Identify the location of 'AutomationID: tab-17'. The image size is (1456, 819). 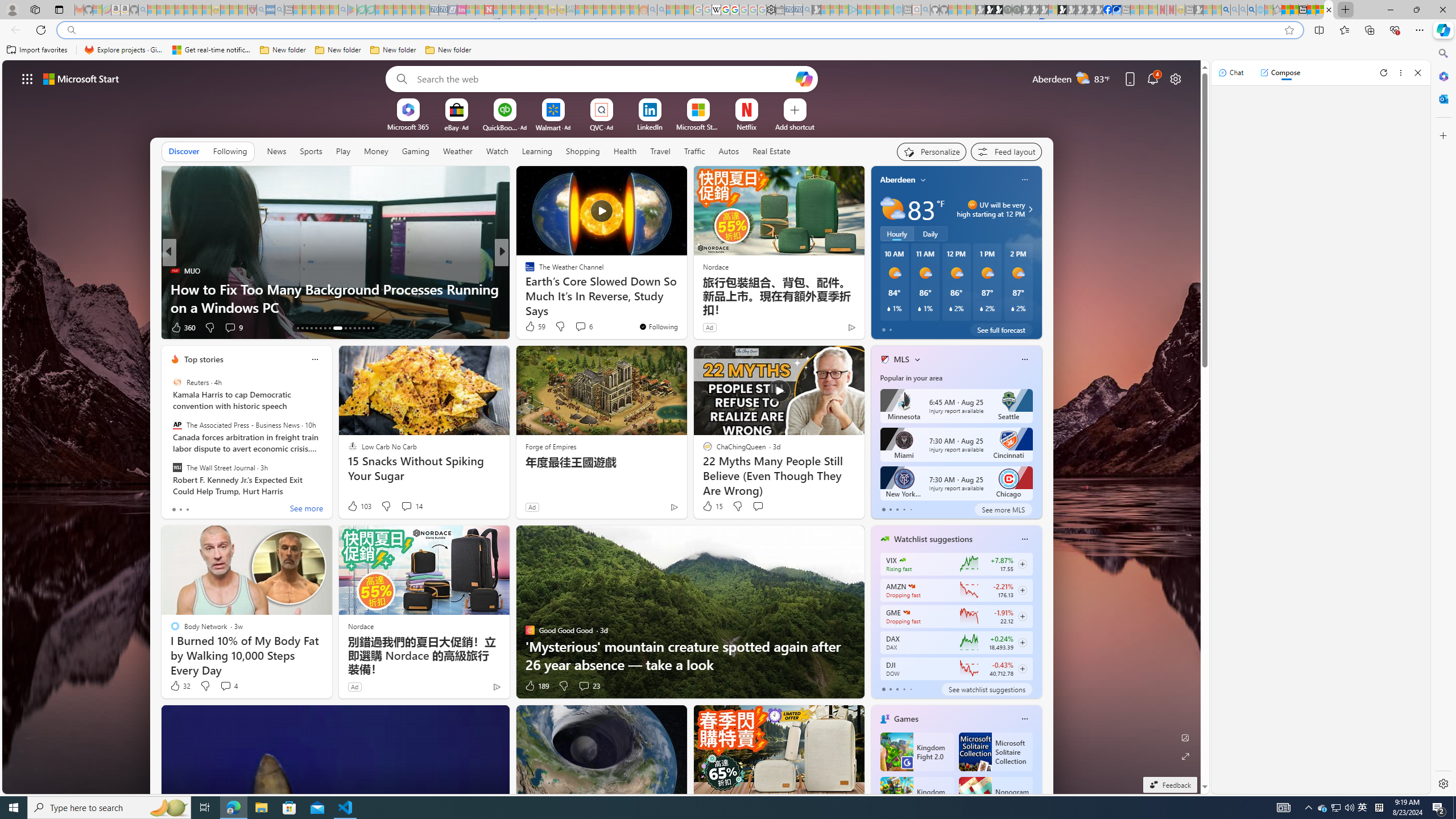
(315, 328).